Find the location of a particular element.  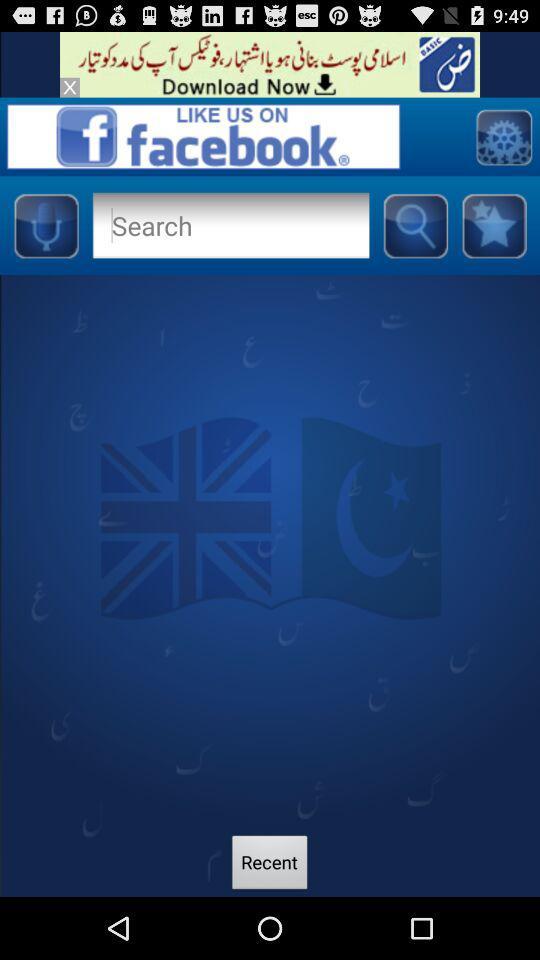

the search icon is located at coordinates (414, 240).